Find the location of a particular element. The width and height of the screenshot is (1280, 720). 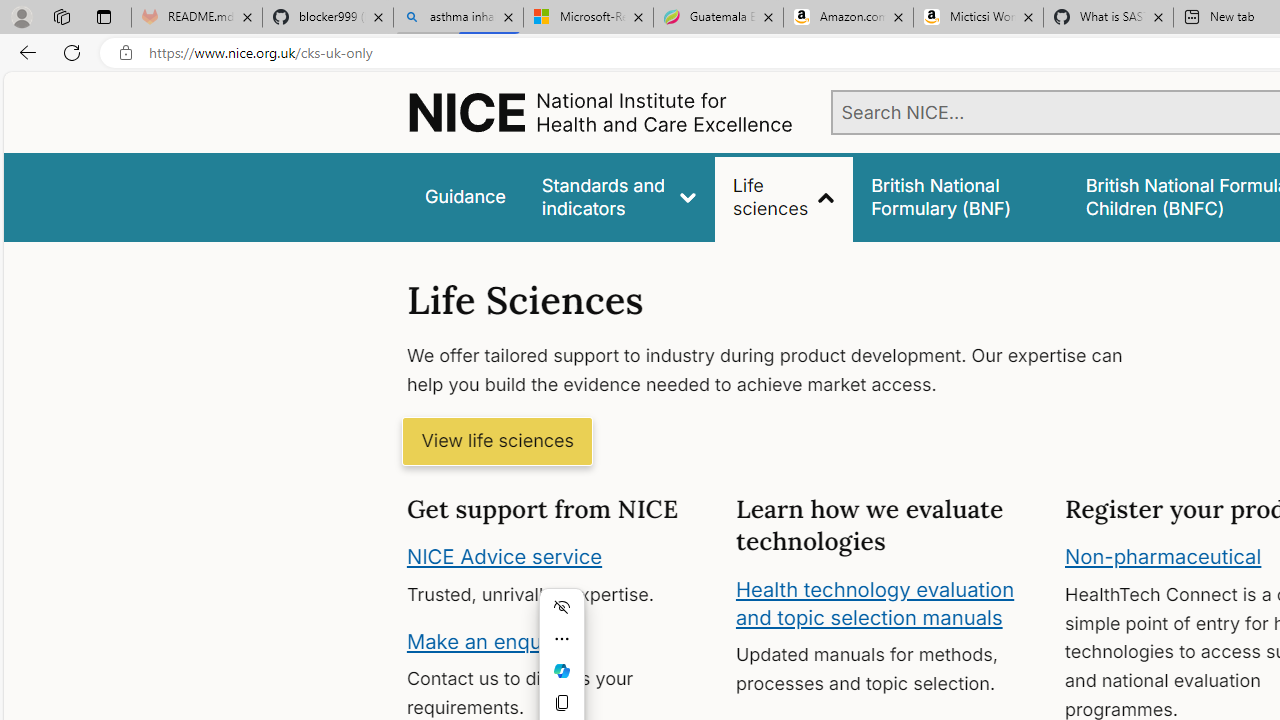

'Ask Copilot' is located at coordinates (560, 671).